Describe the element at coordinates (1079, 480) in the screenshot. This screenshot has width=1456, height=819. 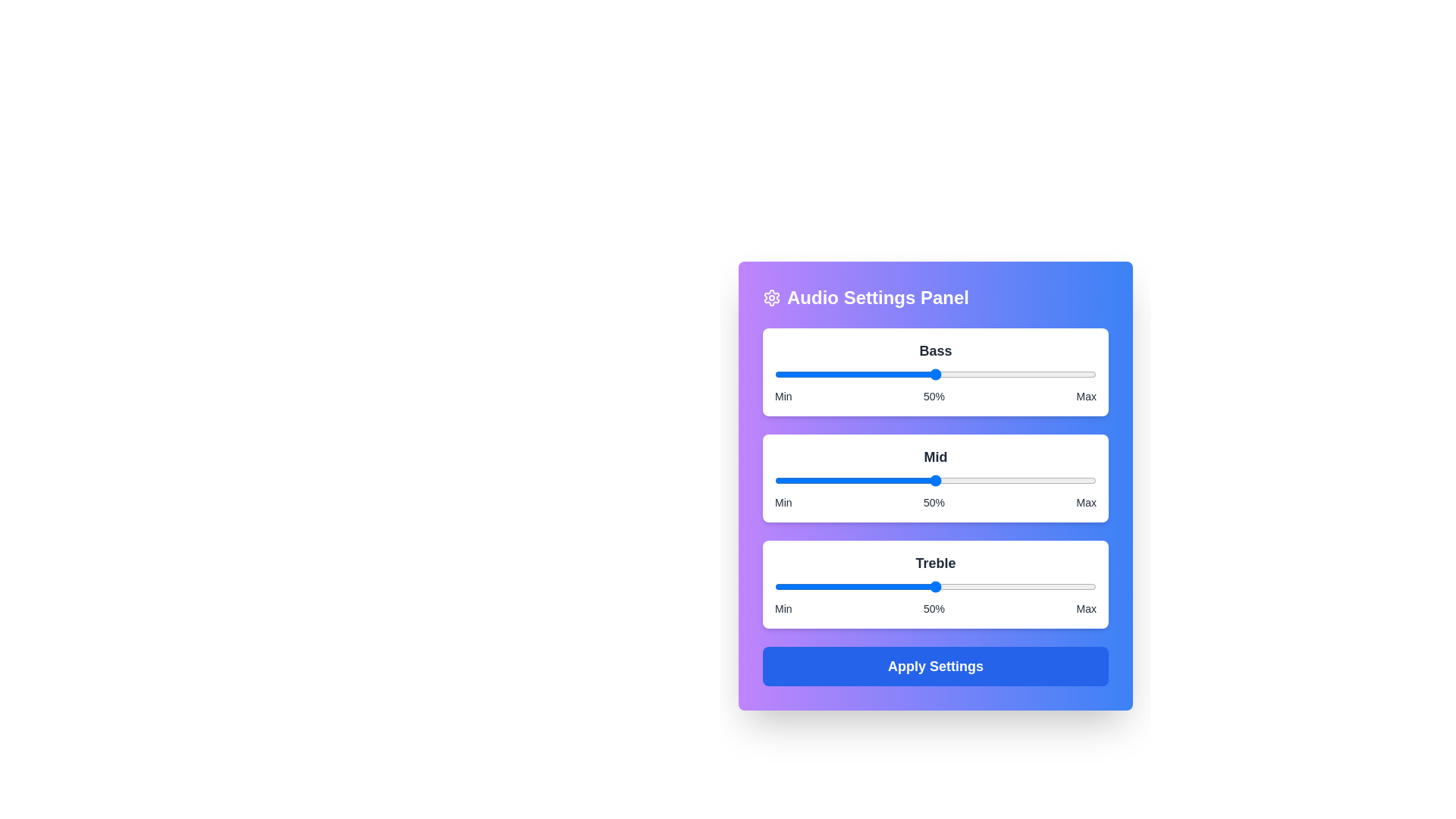
I see `slider` at that location.